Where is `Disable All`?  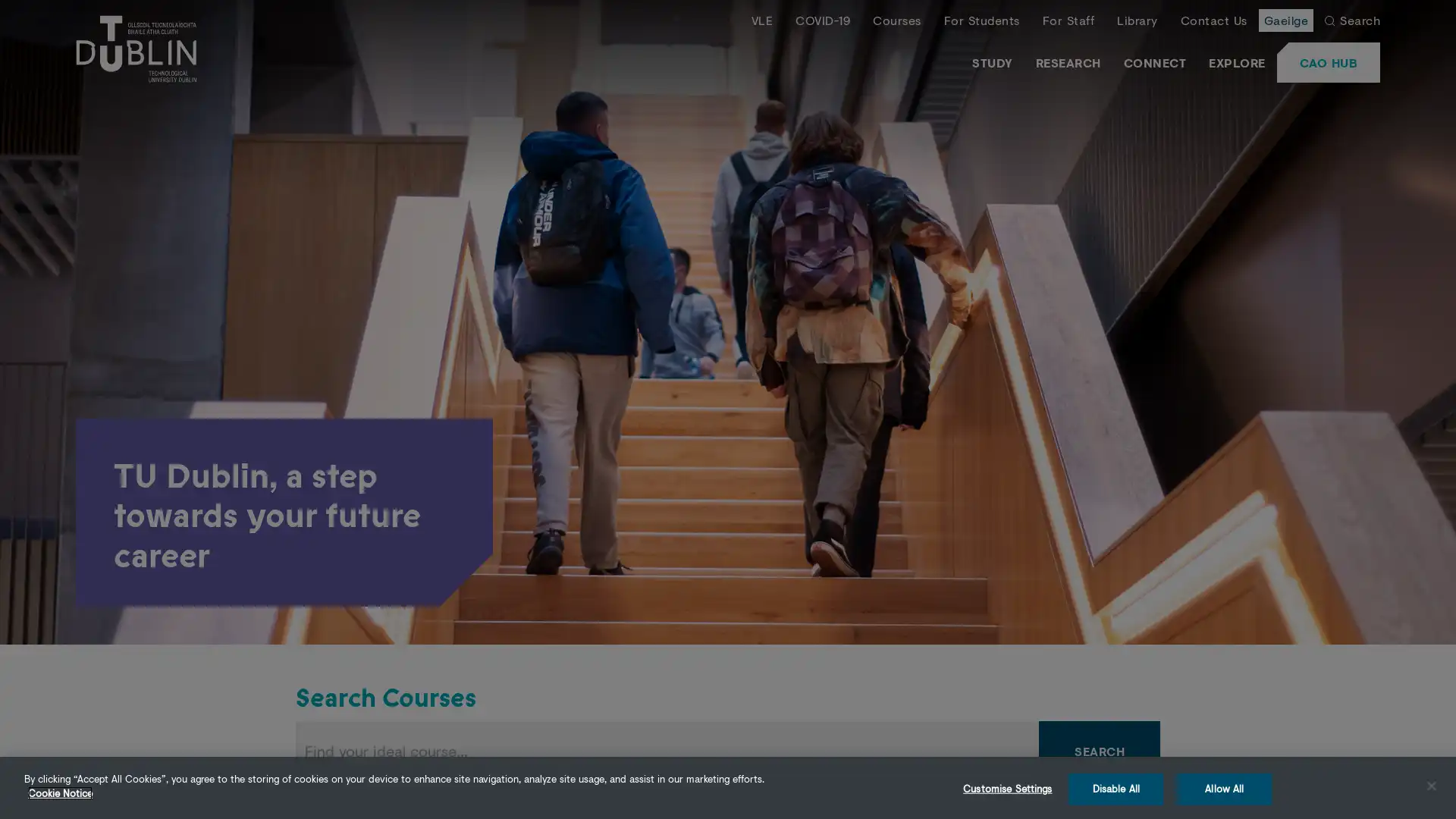
Disable All is located at coordinates (1116, 788).